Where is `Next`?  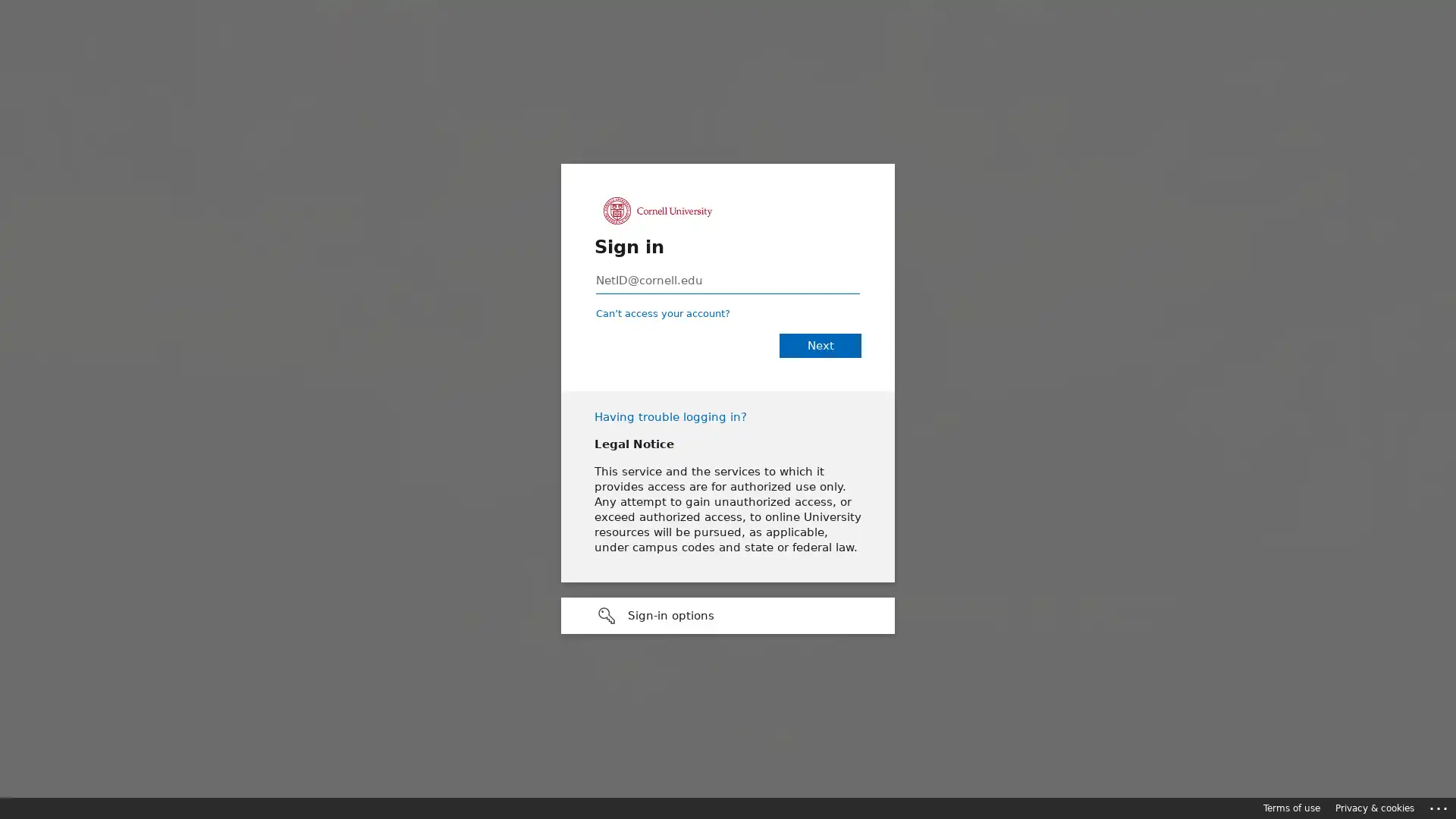 Next is located at coordinates (819, 345).